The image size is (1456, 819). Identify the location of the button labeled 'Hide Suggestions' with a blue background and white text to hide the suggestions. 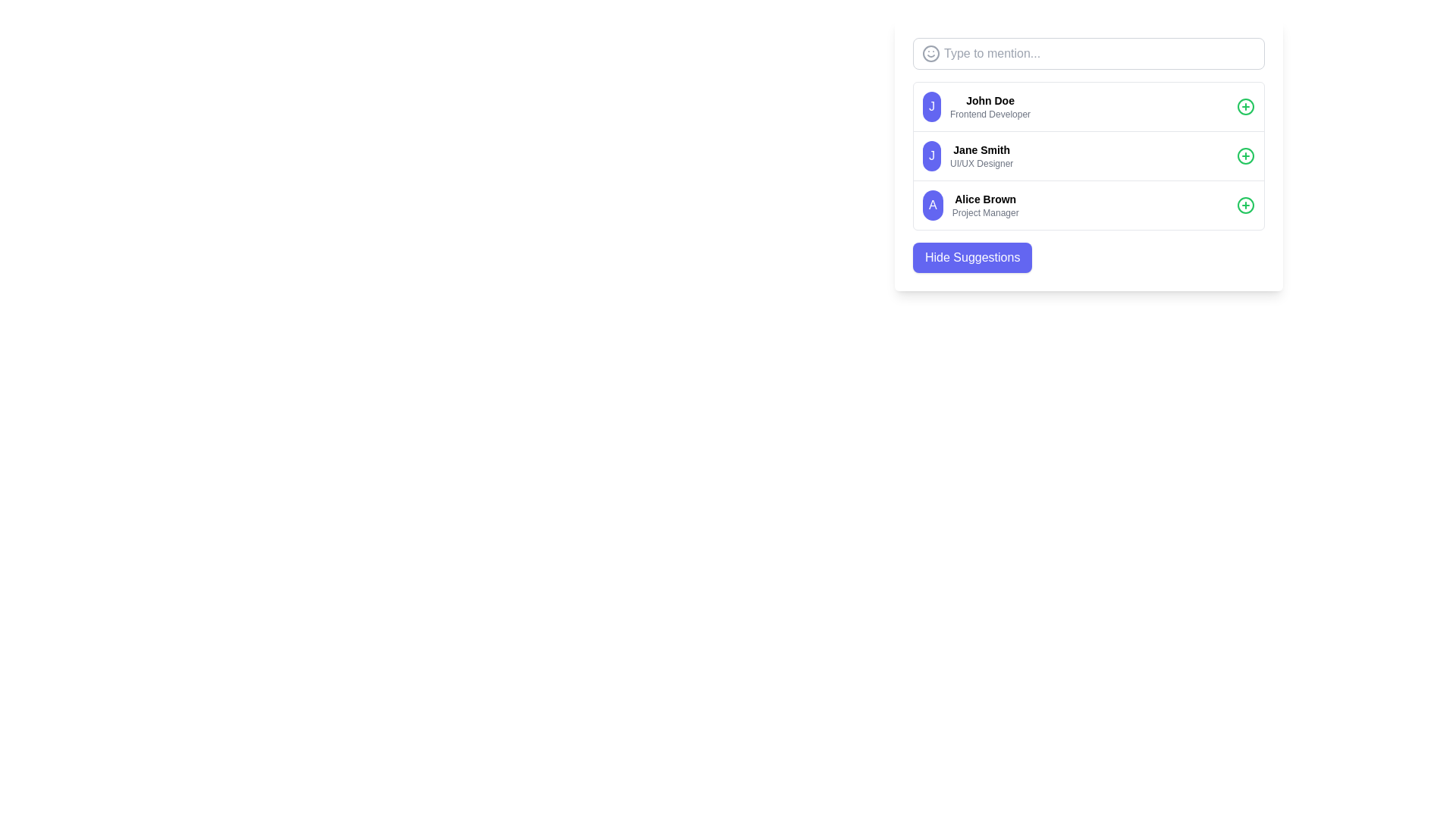
(972, 256).